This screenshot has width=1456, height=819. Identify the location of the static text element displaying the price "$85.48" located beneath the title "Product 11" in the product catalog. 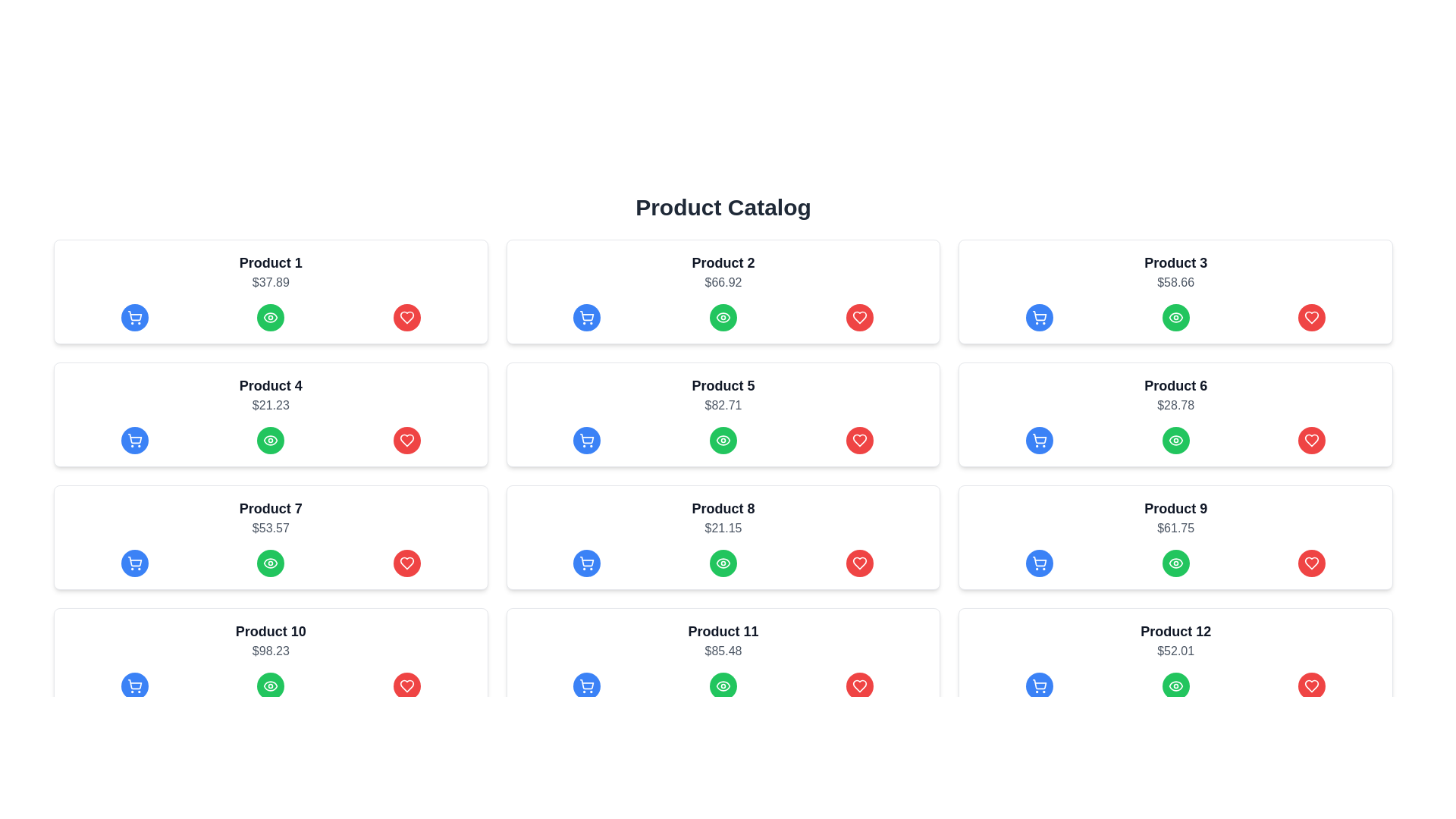
(723, 651).